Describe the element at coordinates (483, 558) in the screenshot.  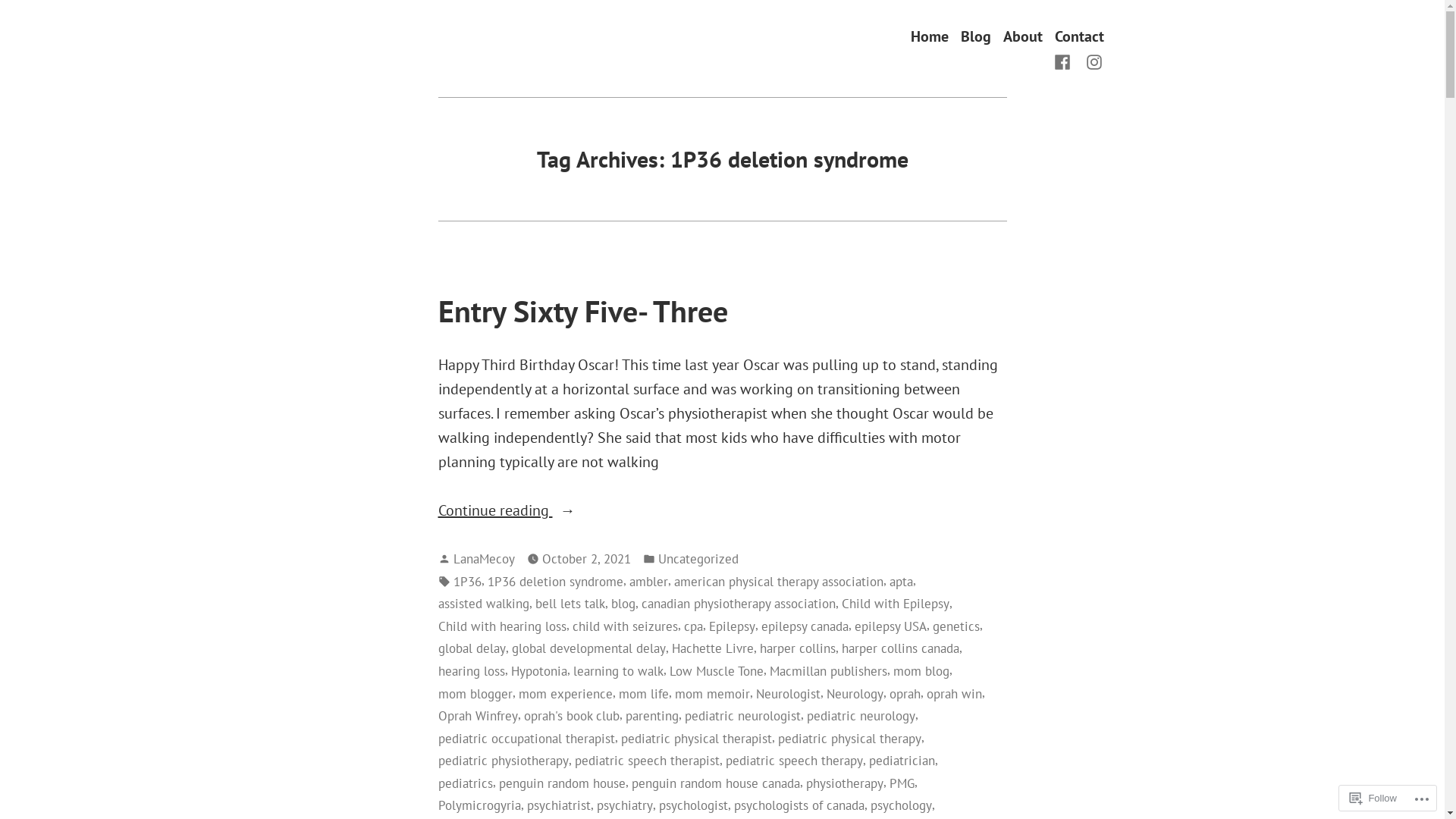
I see `'LanaMecoy'` at that location.